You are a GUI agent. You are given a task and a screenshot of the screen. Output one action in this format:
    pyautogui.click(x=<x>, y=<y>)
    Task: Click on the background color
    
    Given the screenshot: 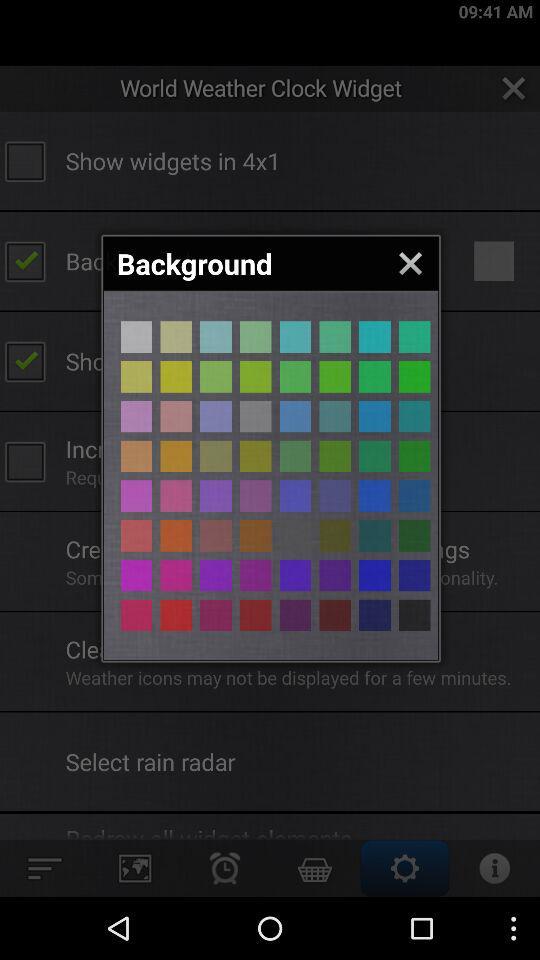 What is the action you would take?
    pyautogui.click(x=215, y=456)
    